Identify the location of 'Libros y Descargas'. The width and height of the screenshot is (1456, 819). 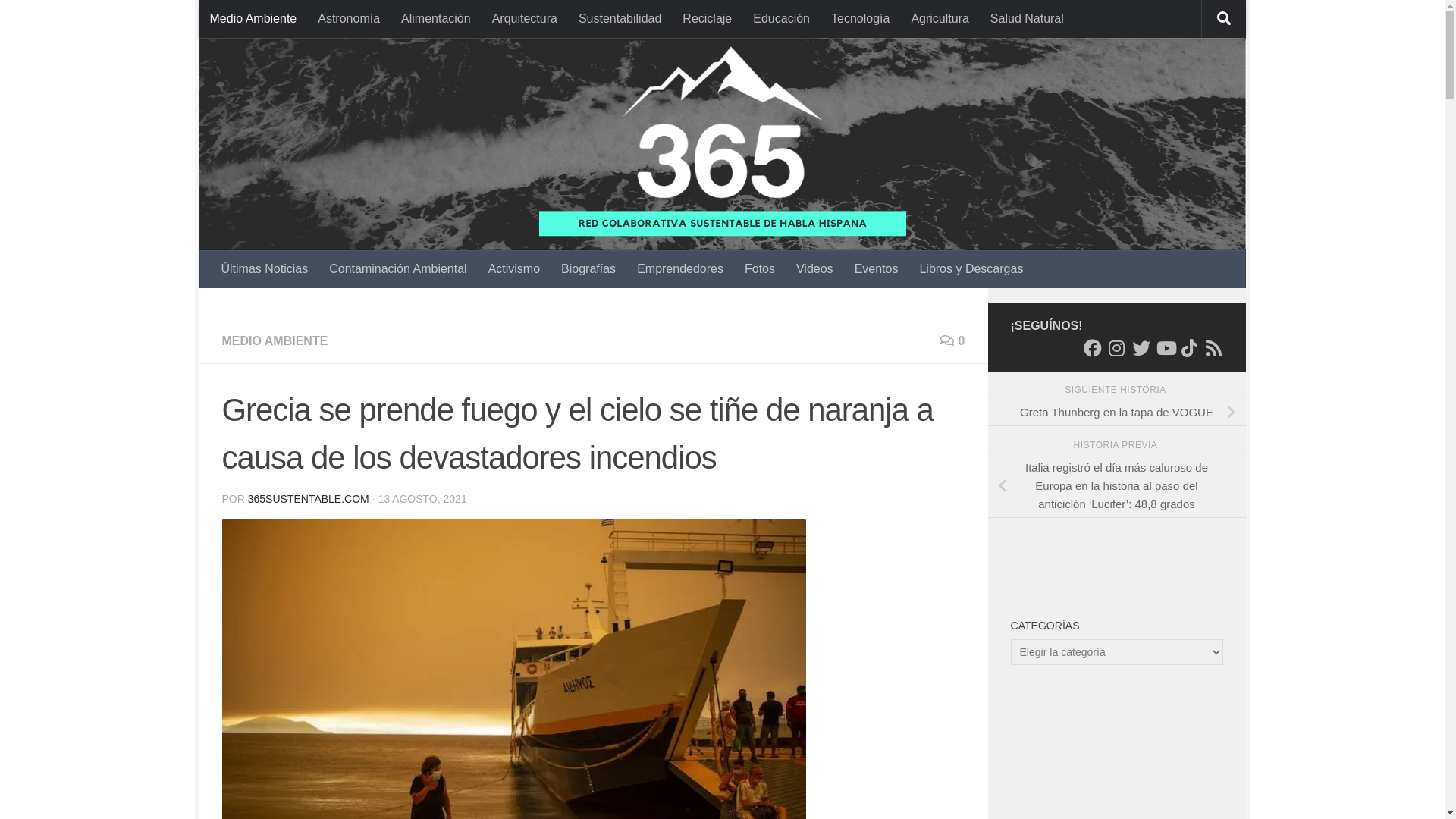
(971, 268).